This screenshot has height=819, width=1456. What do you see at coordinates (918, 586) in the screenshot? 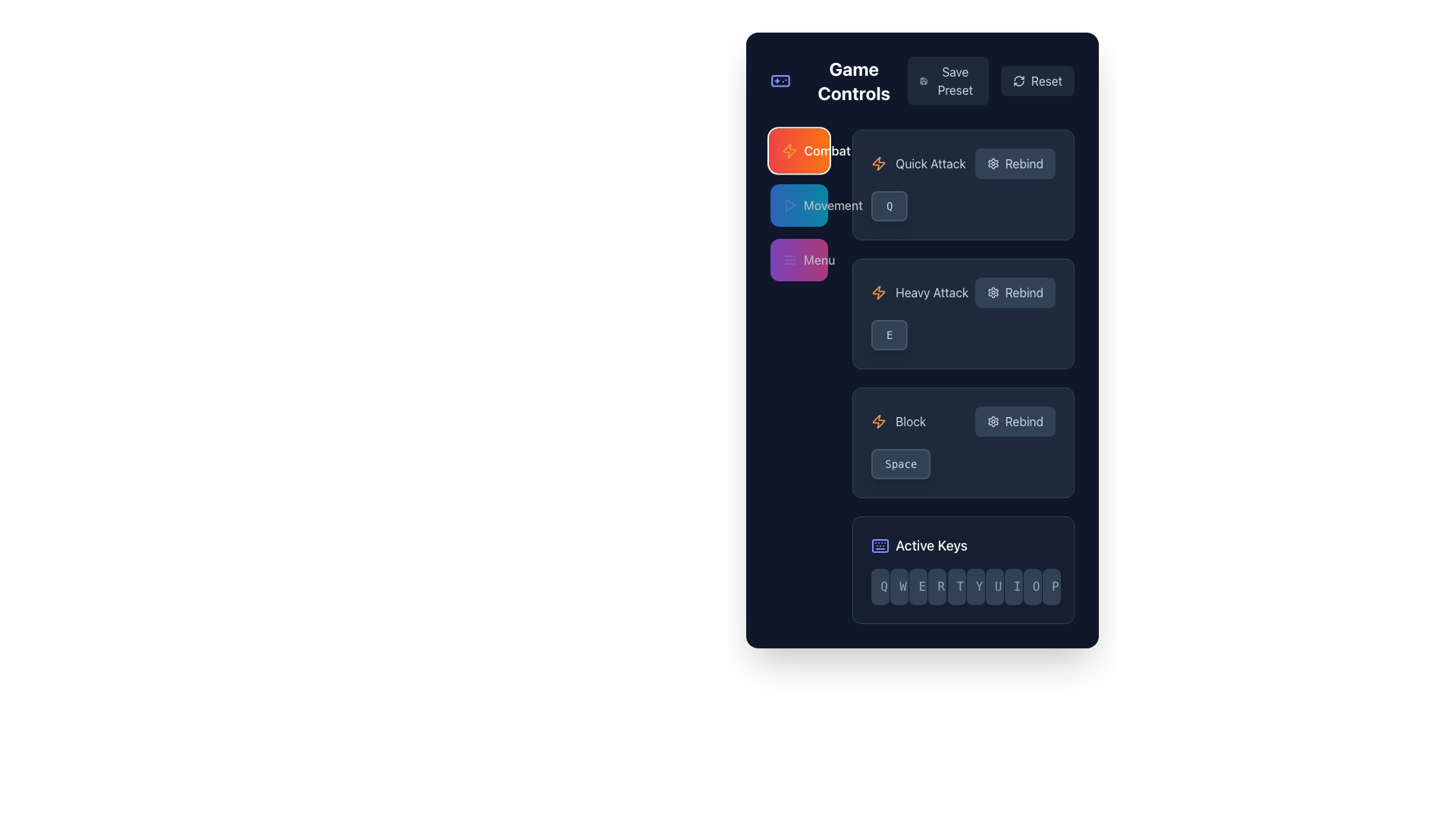
I see `the third button in a row of ten buttons representing the QWERTYUIOP sequence located centrally at the bottom of the interface` at bounding box center [918, 586].